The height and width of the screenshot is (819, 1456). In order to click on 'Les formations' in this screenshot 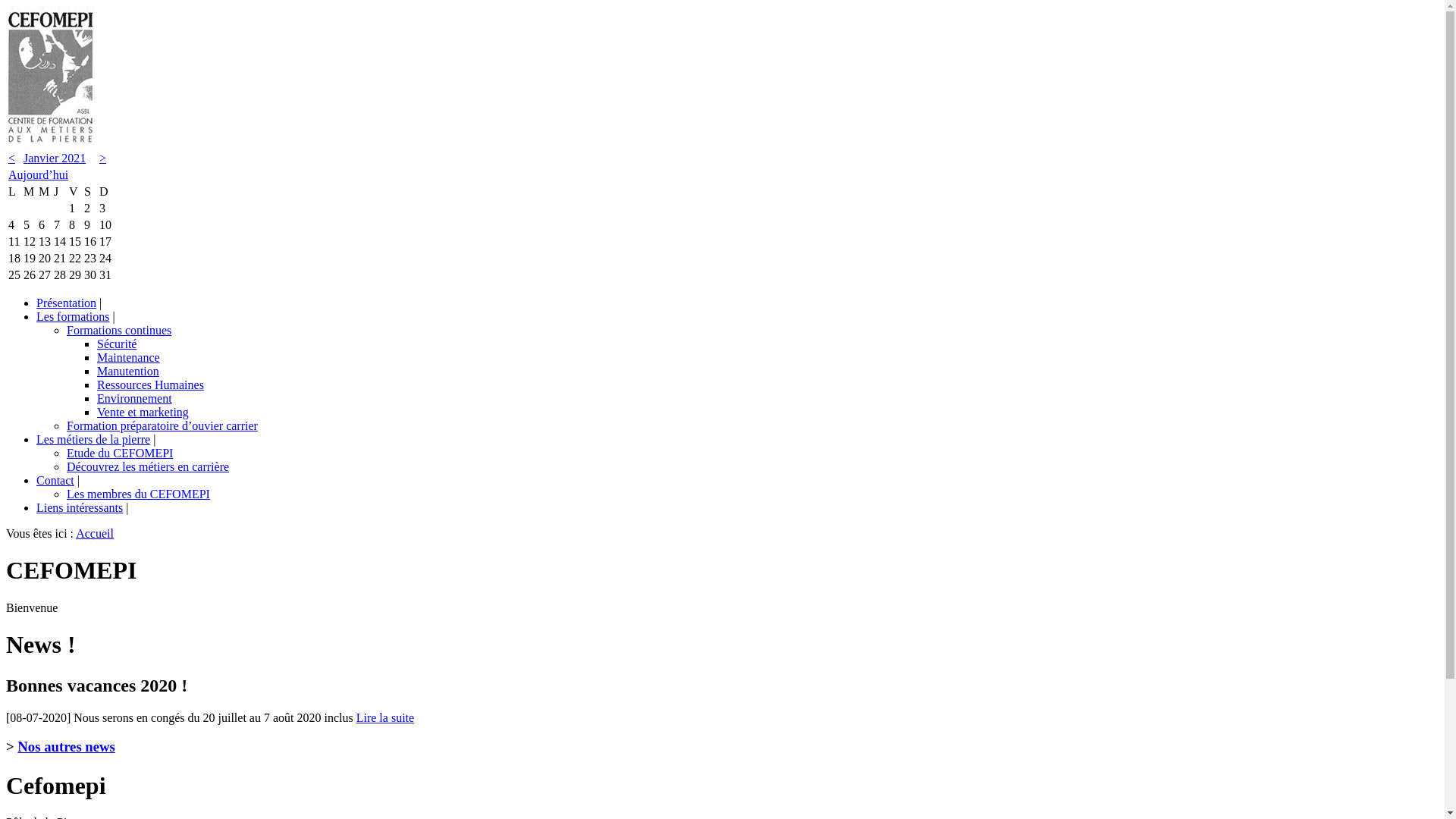, I will do `click(72, 315)`.